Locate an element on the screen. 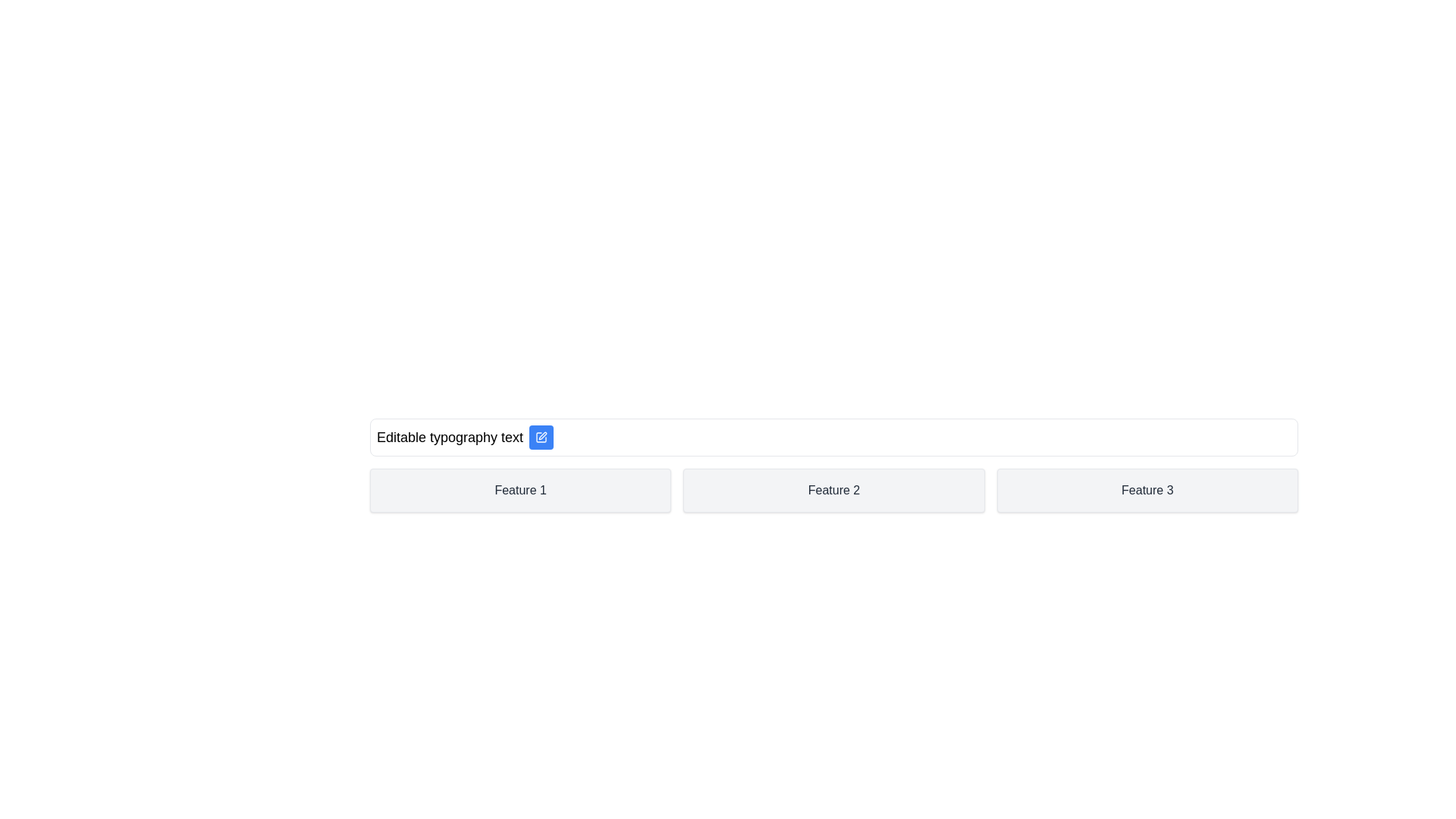  text of the third button labeled 'Feature 3', which is located on the far right within a horizontal row of buttons is located at coordinates (1147, 491).